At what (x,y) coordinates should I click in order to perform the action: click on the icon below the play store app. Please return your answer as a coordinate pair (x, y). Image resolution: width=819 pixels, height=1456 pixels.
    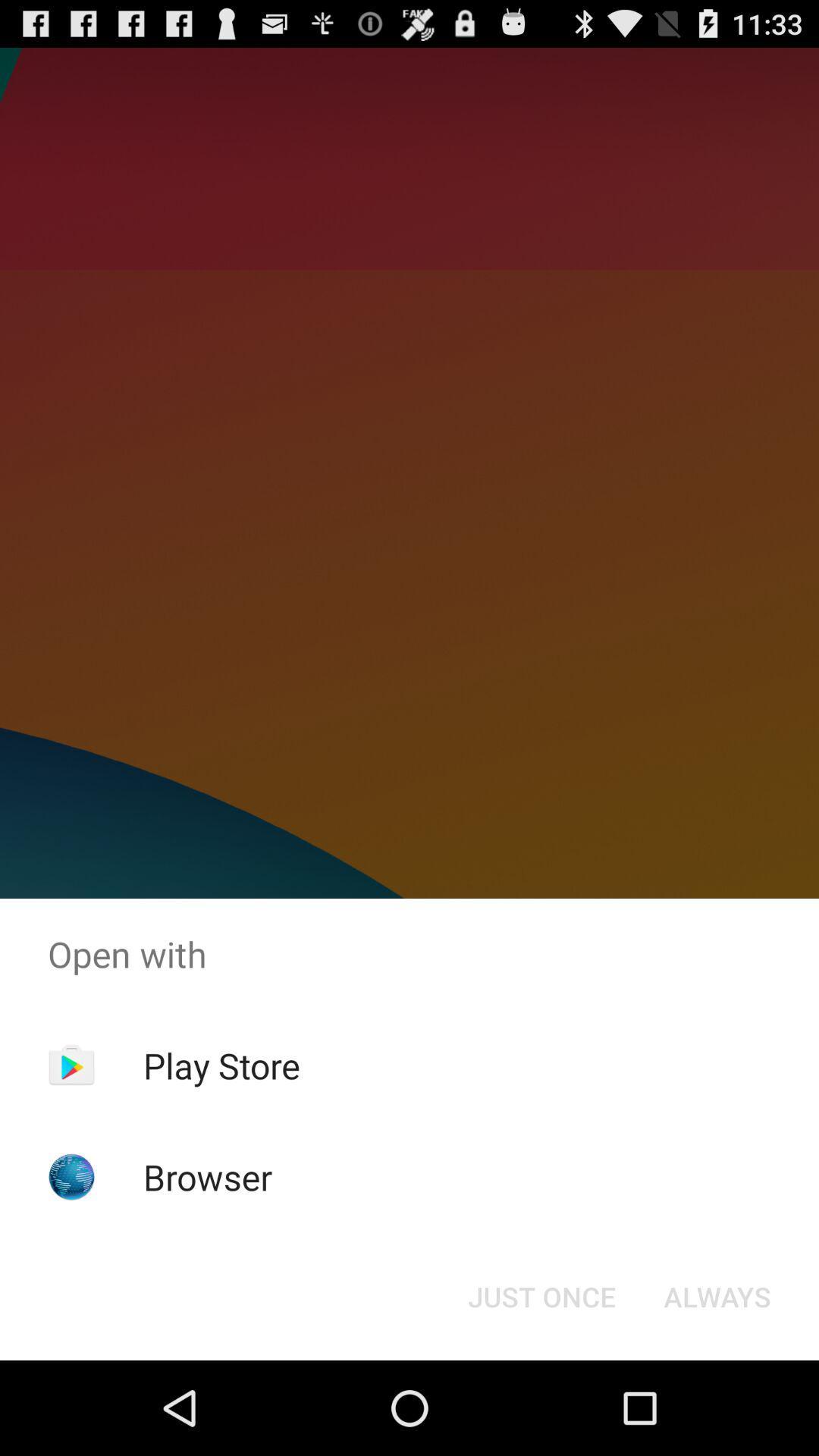
    Looking at the image, I should click on (208, 1176).